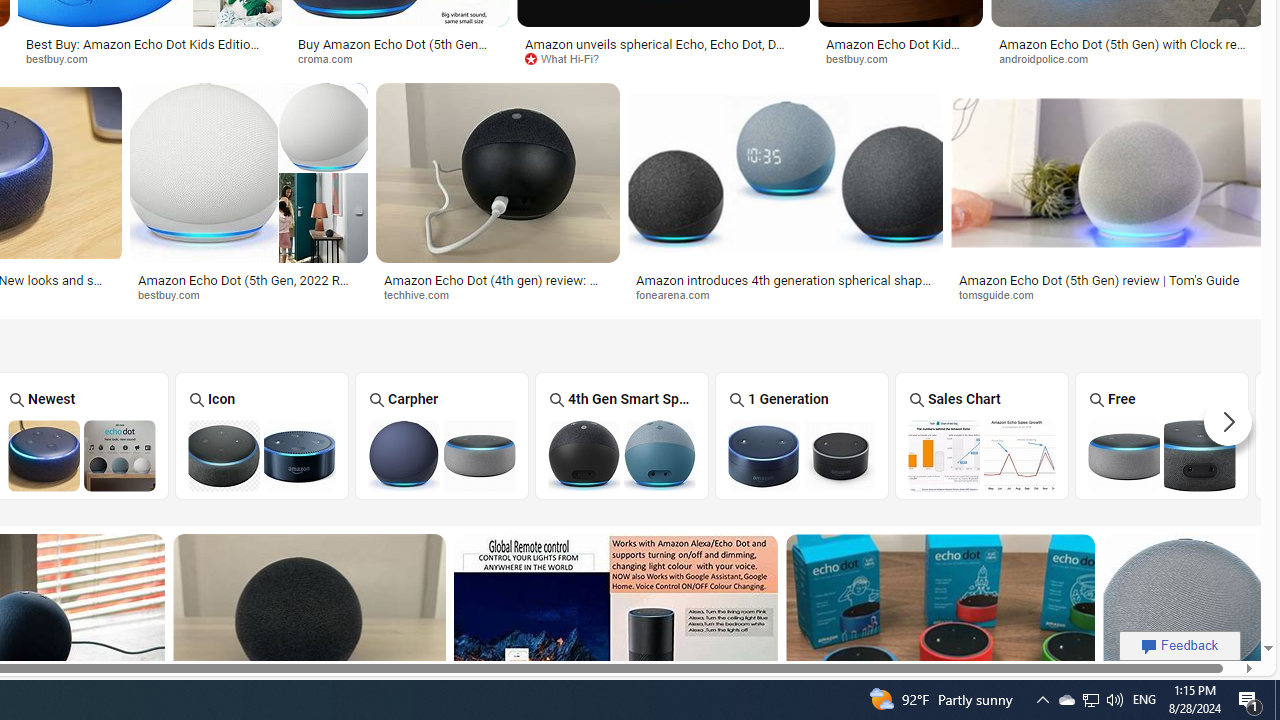  What do you see at coordinates (1184, 623) in the screenshot?
I see `'Image result for Amazon Echo Dot Colors'` at bounding box center [1184, 623].